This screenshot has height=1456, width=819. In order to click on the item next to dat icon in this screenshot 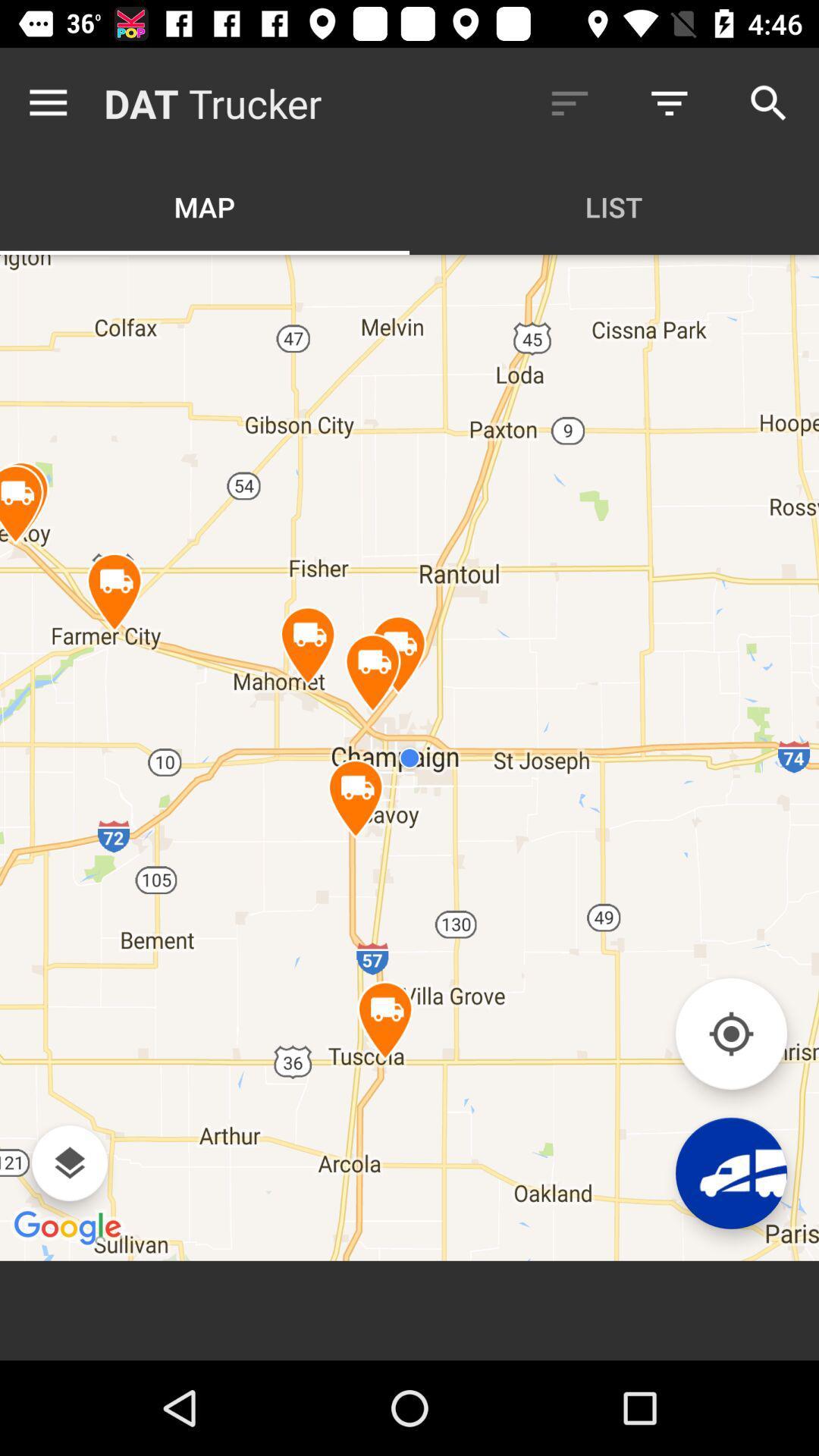, I will do `click(51, 102)`.